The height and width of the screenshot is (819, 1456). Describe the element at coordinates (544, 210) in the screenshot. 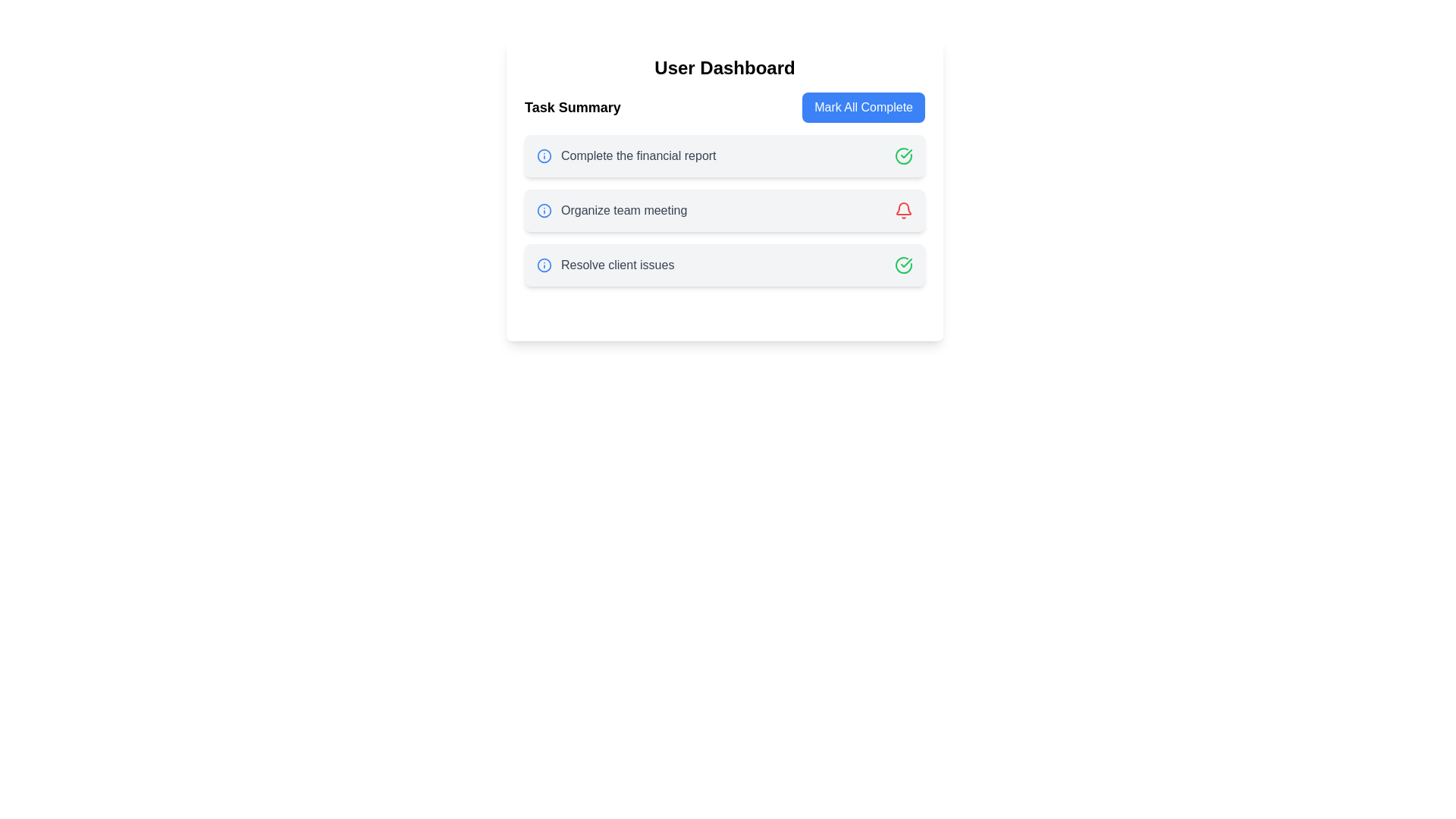

I see `the blue-shaded circular icon representing the center of a graphical representation, which is adjacent to the text 'Organize team meeting'` at that location.